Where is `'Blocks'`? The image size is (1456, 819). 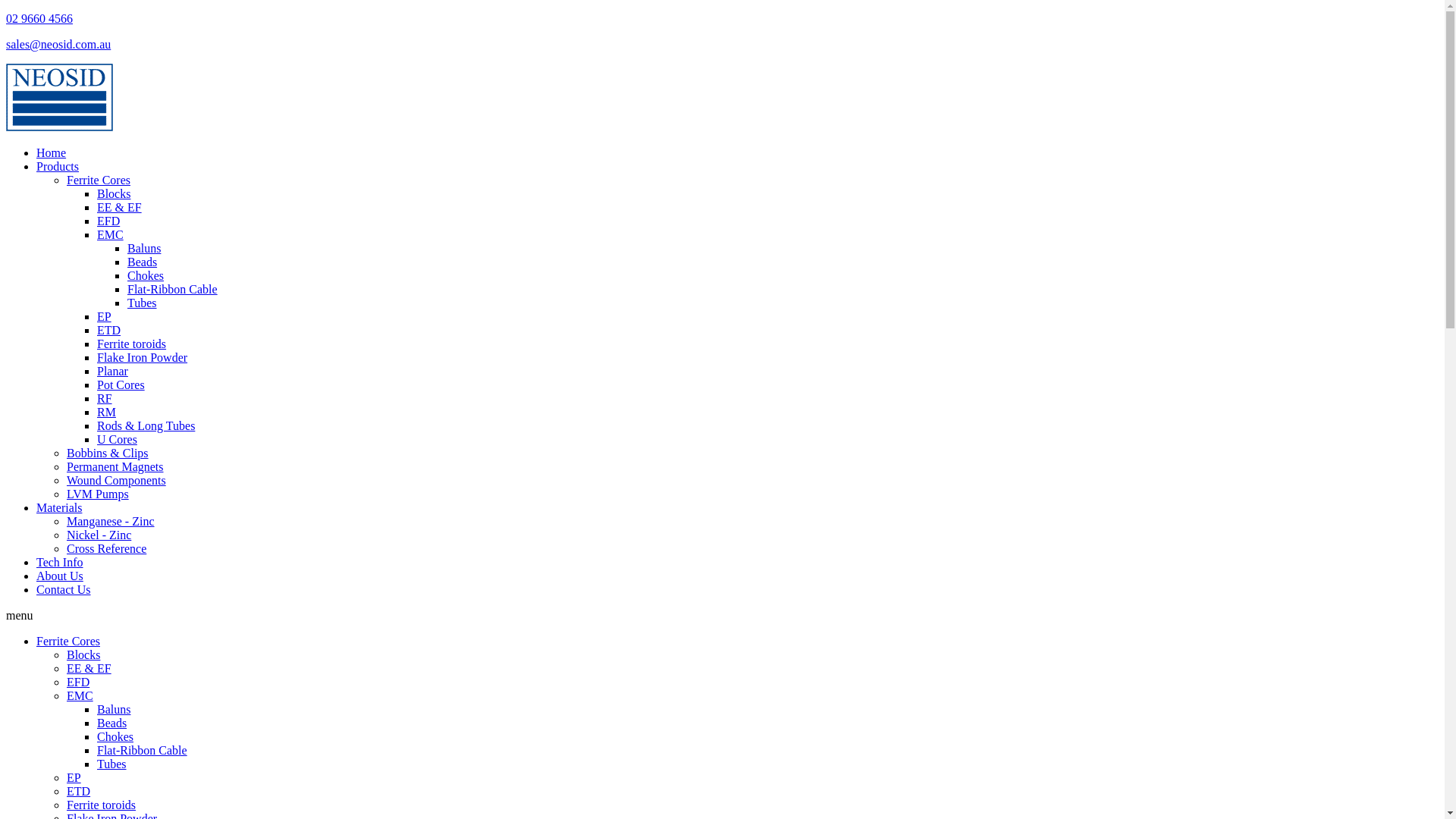 'Blocks' is located at coordinates (112, 193).